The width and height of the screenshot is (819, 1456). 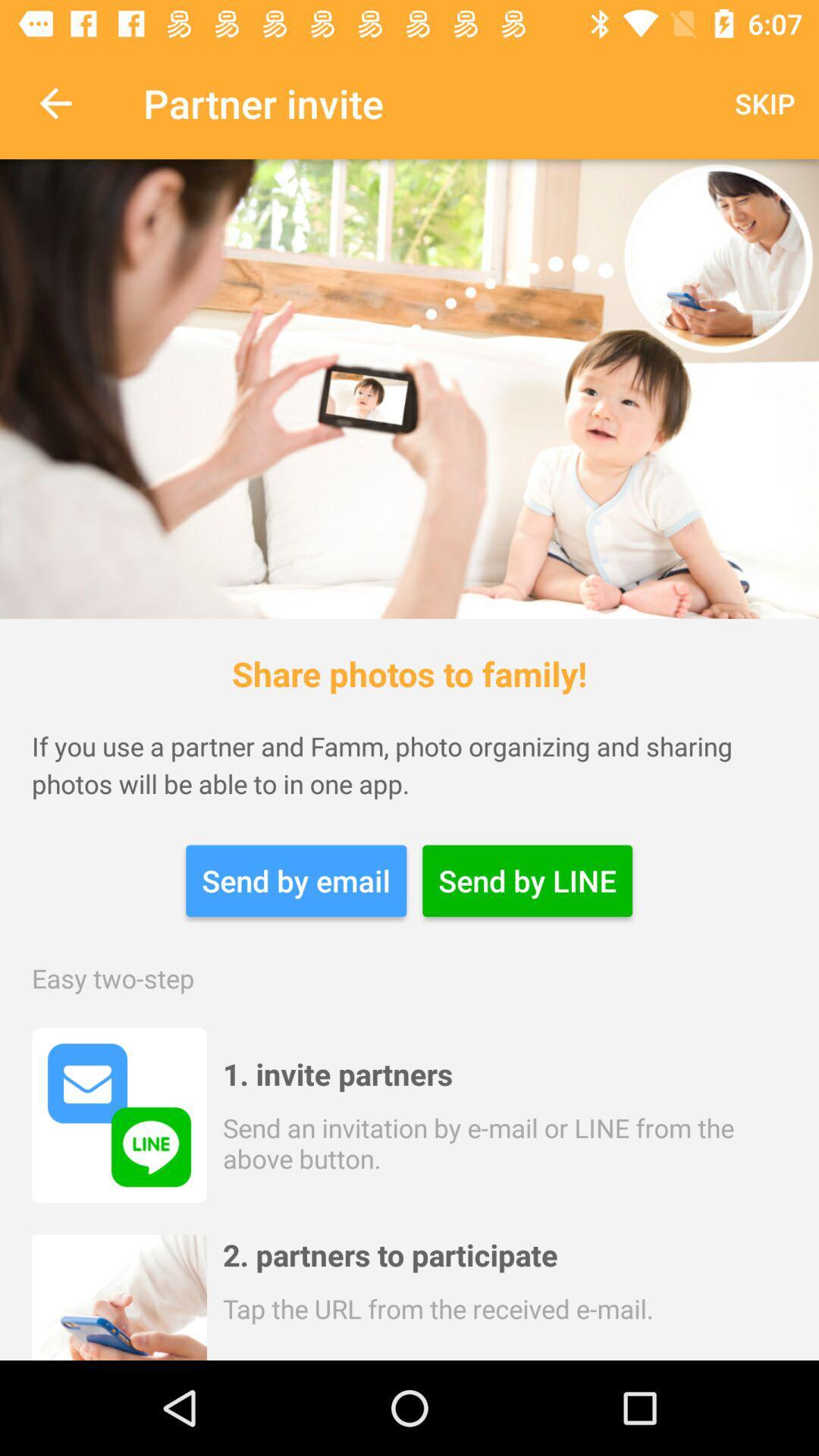 What do you see at coordinates (764, 102) in the screenshot?
I see `icon at the top right corner` at bounding box center [764, 102].